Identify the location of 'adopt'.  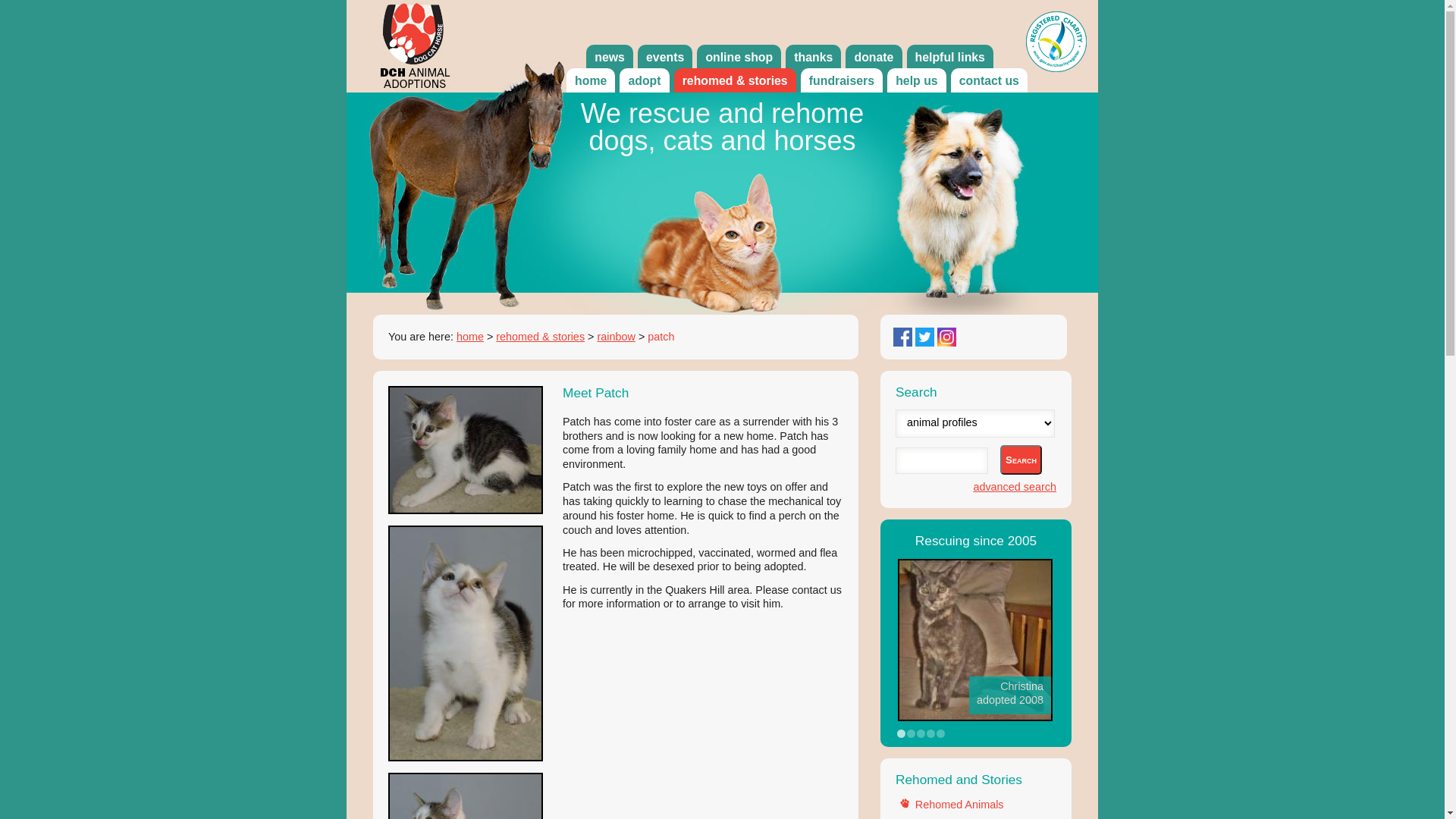
(644, 81).